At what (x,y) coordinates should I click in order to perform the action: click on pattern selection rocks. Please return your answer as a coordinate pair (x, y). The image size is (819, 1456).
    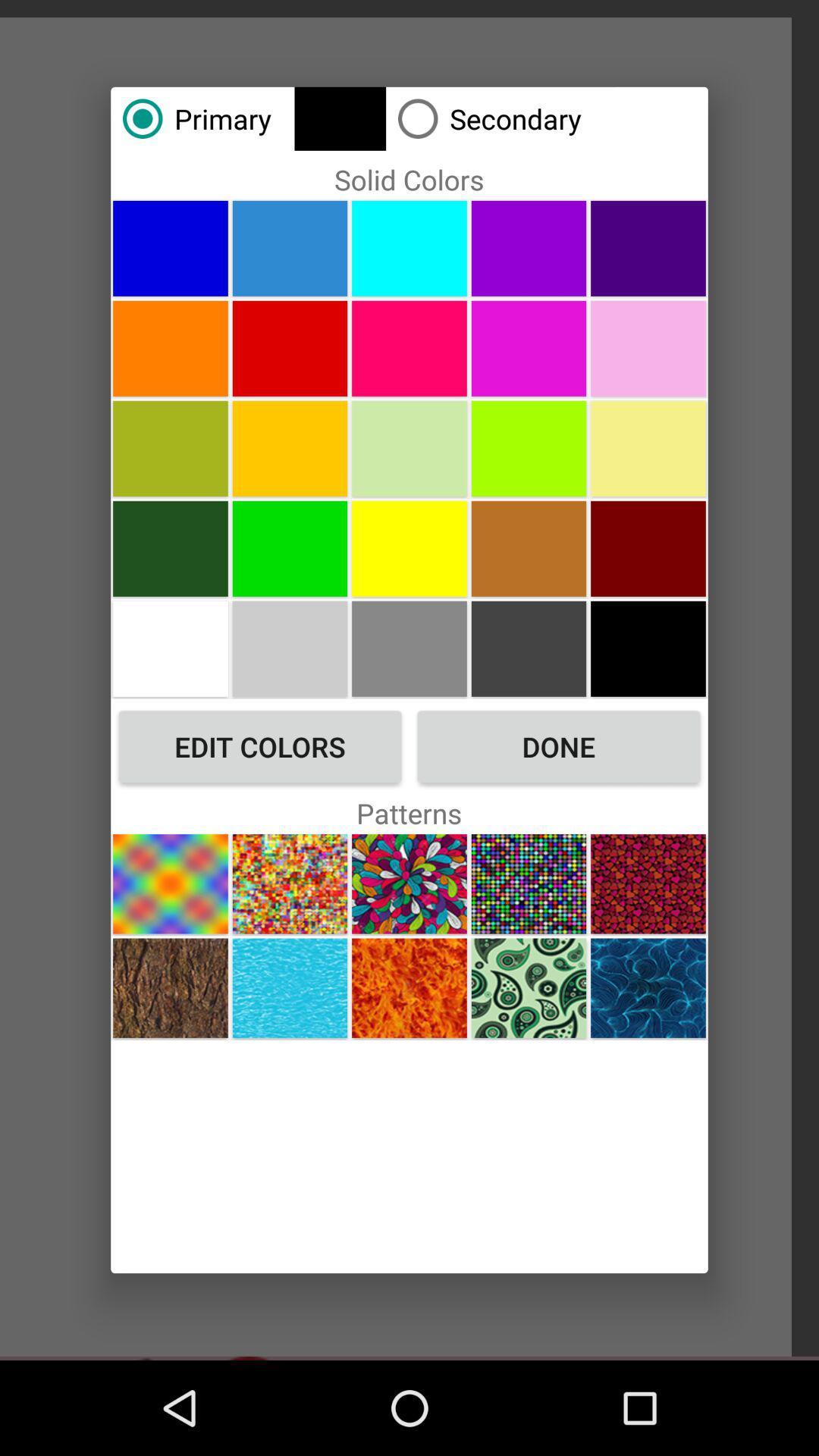
    Looking at the image, I should click on (170, 988).